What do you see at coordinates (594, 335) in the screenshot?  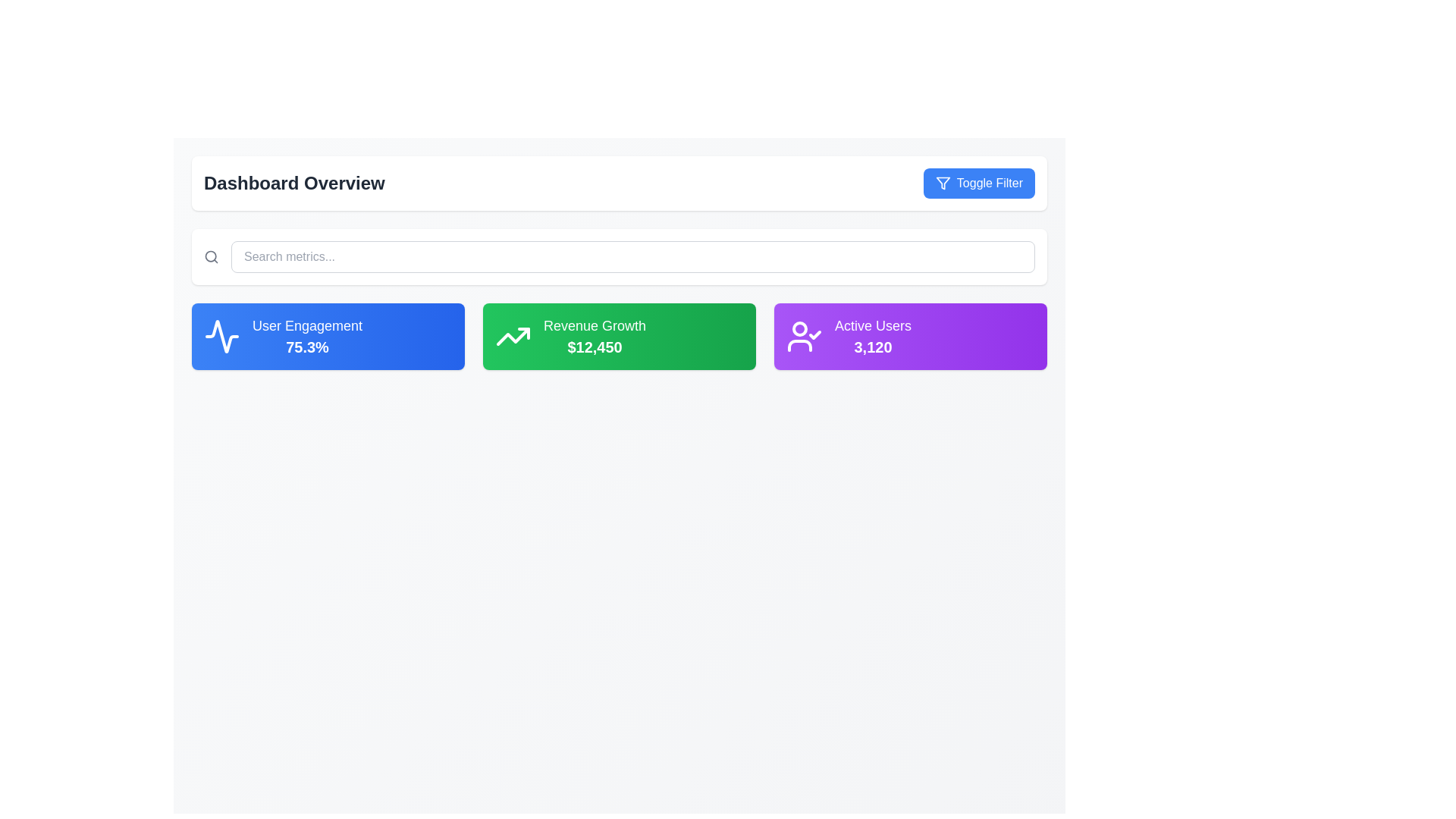 I see `the financial performance metric text display showing revenue growth value ($12,450) for drill-down` at bounding box center [594, 335].